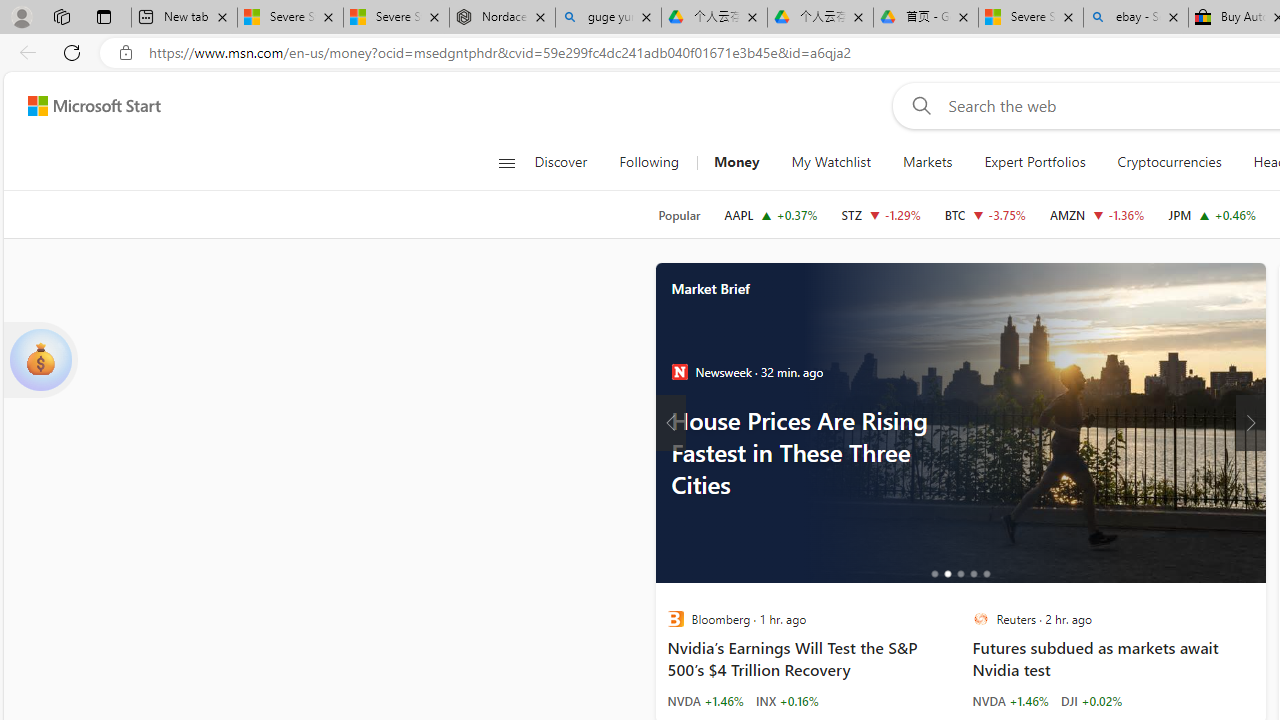 Image resolution: width=1280 pixels, height=720 pixels. What do you see at coordinates (81, 105) in the screenshot?
I see `'Skip to footer'` at bounding box center [81, 105].